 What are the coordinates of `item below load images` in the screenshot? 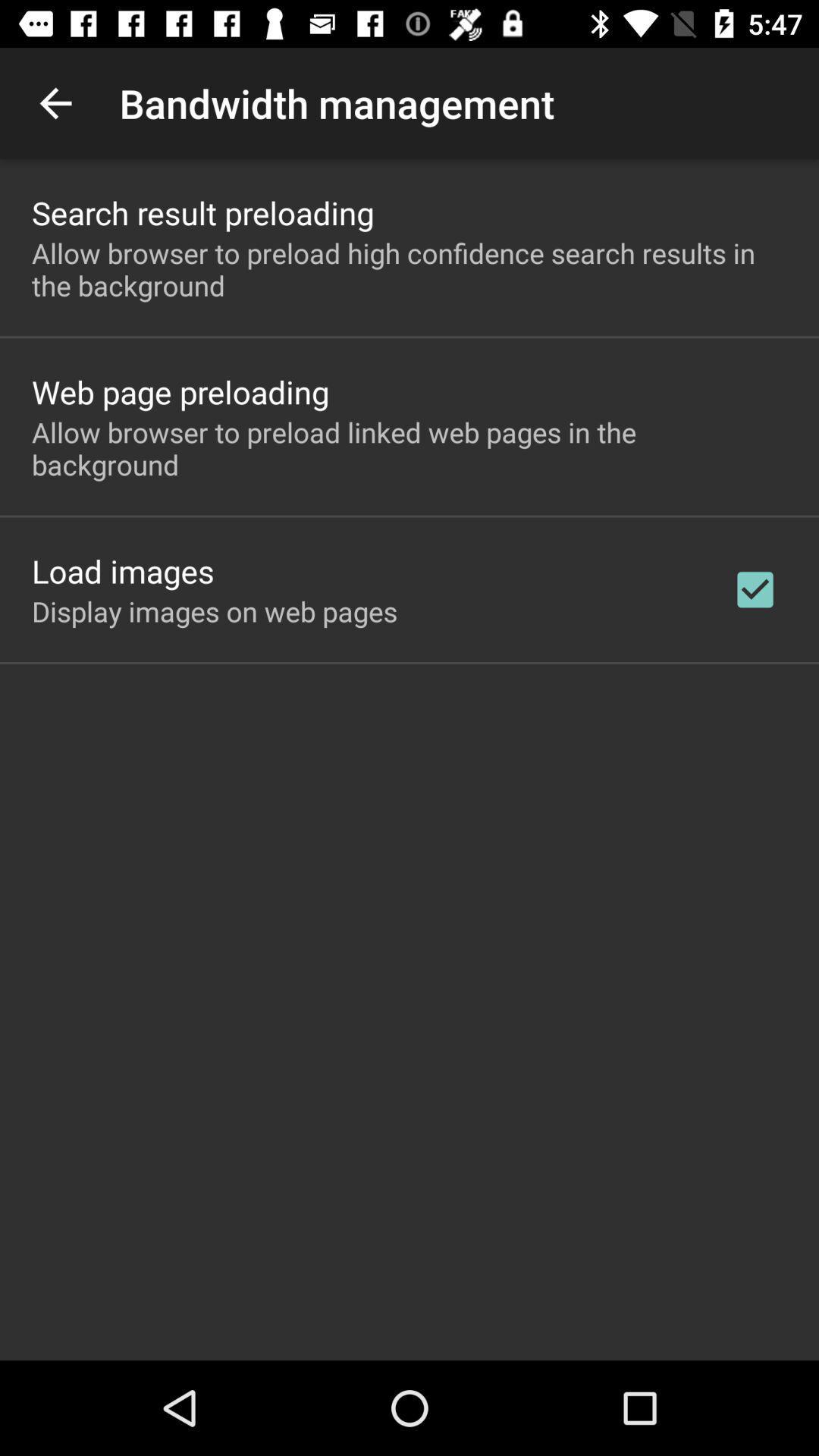 It's located at (215, 611).